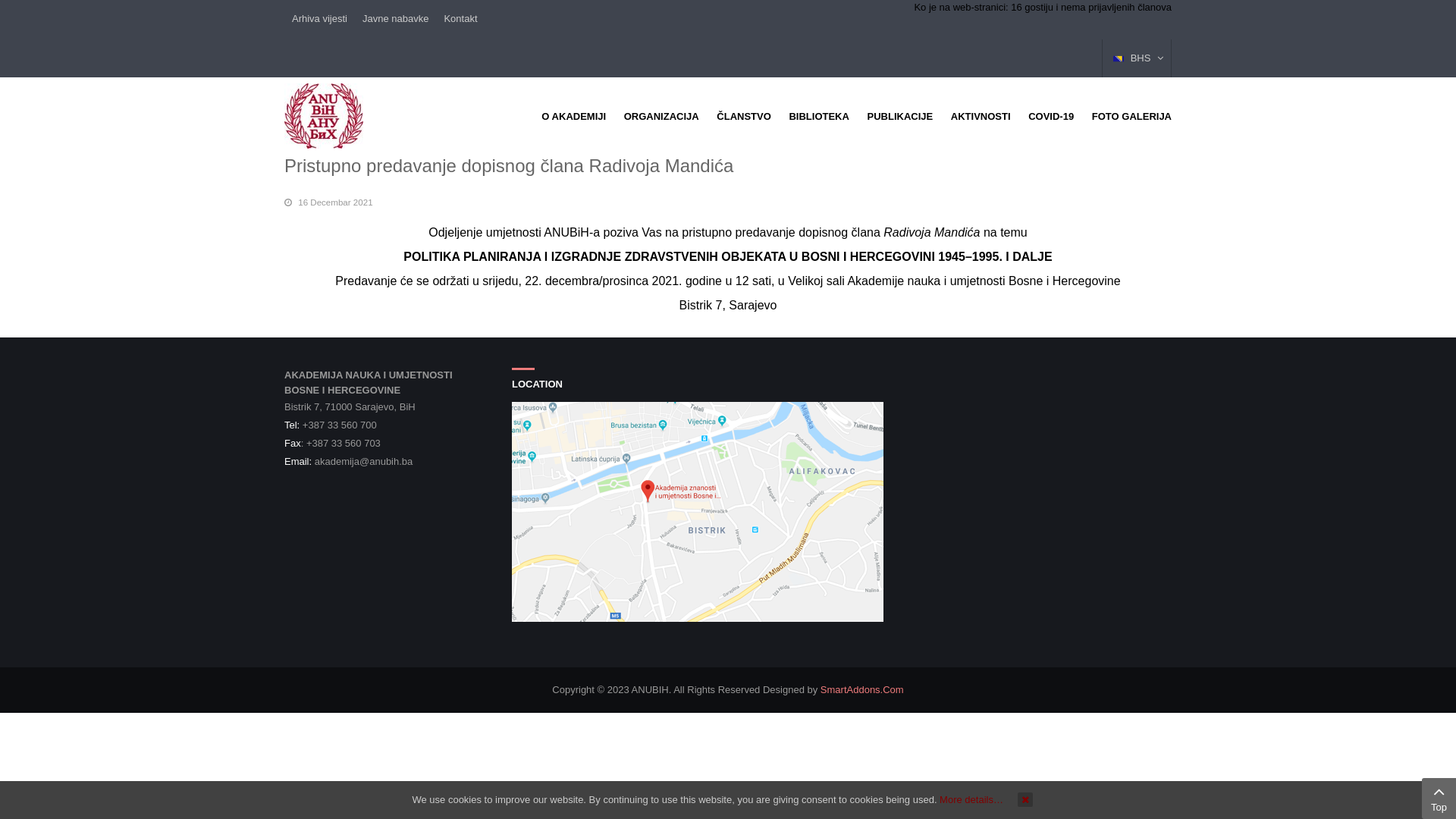 The width and height of the screenshot is (1456, 819). Describe the element at coordinates (819, 689) in the screenshot. I see `'SmartAddons.Com'` at that location.